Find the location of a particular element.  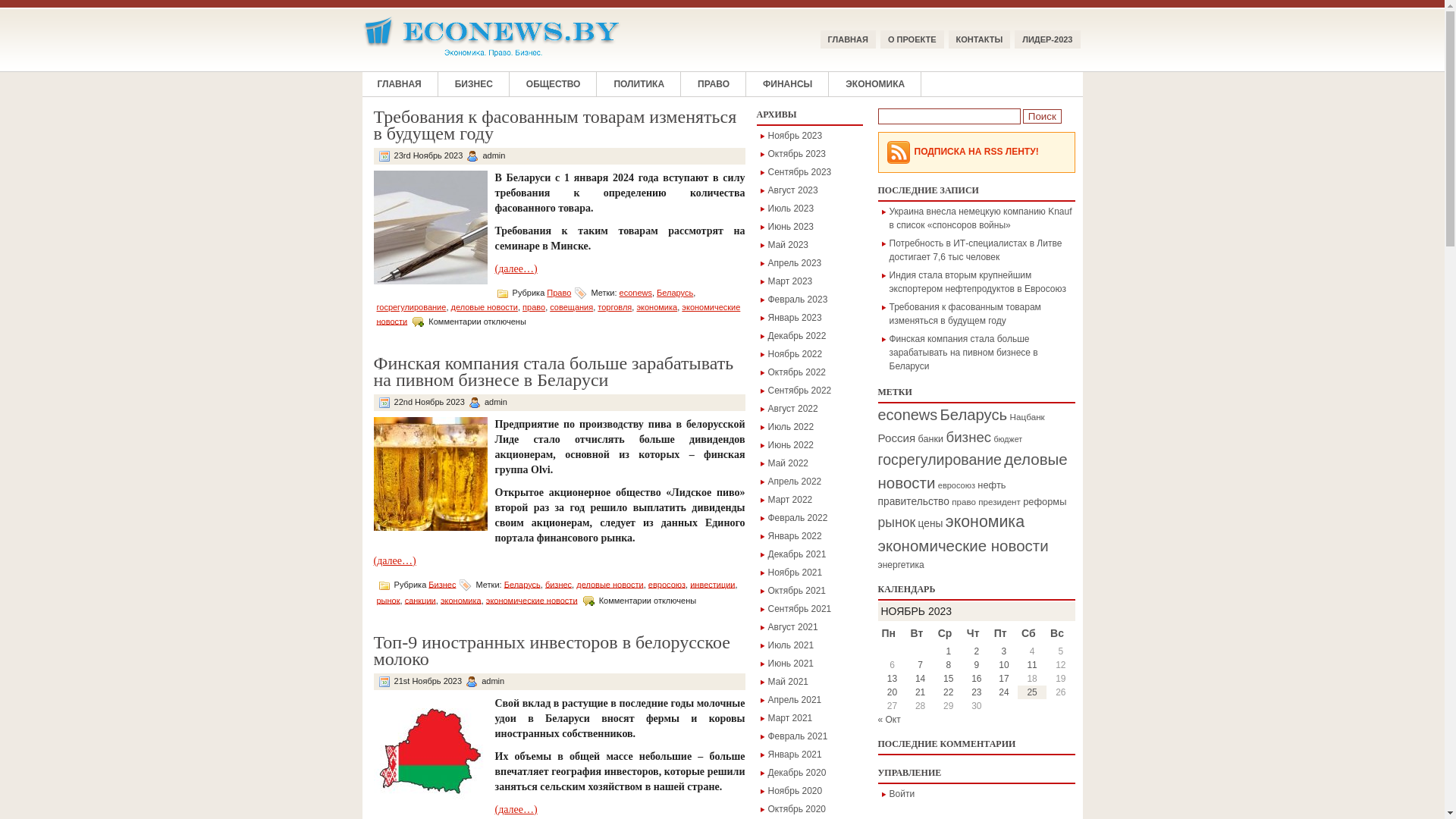

'15' is located at coordinates (947, 677).